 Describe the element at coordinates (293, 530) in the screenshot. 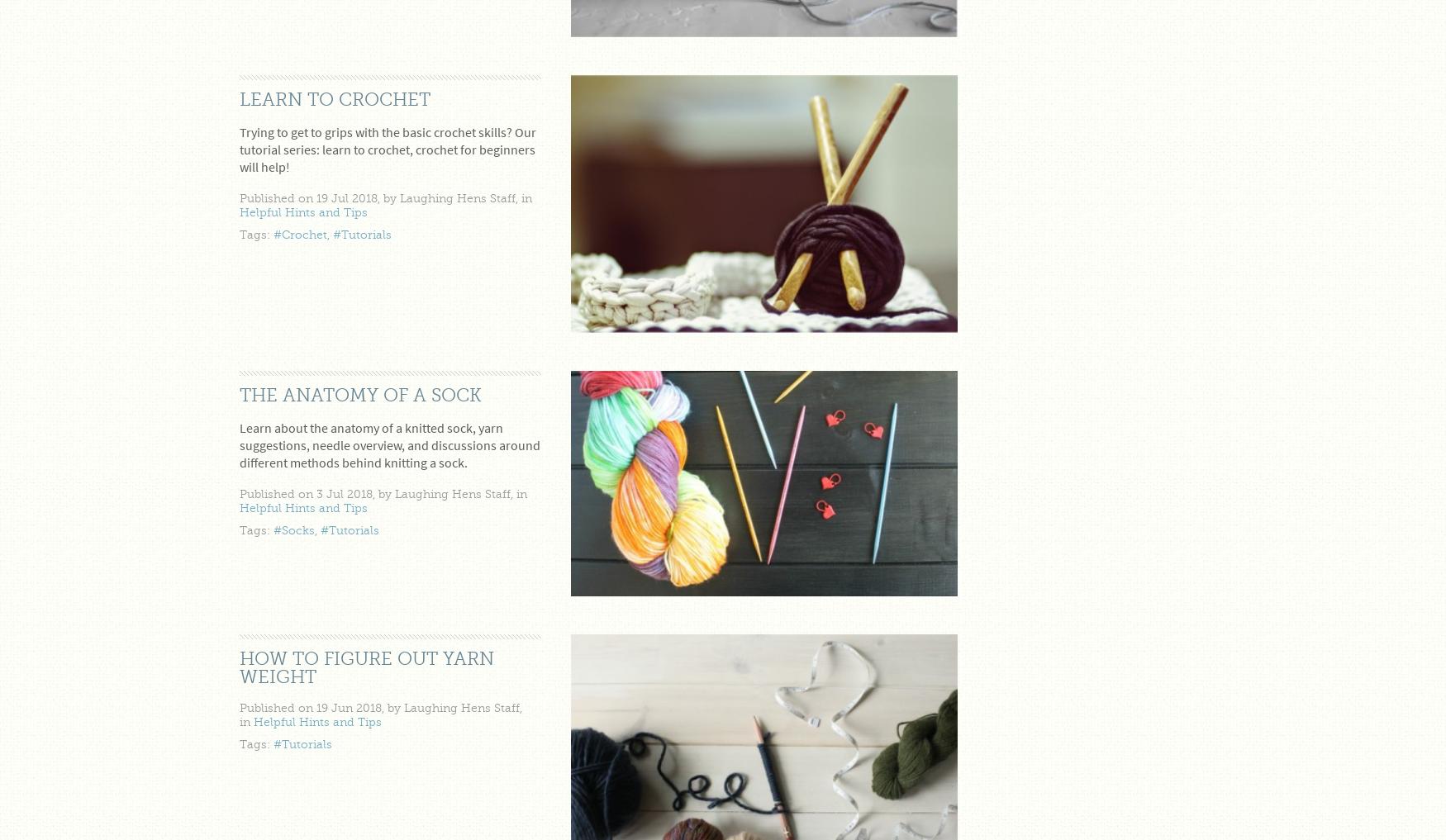

I see `'#Socks'` at that location.